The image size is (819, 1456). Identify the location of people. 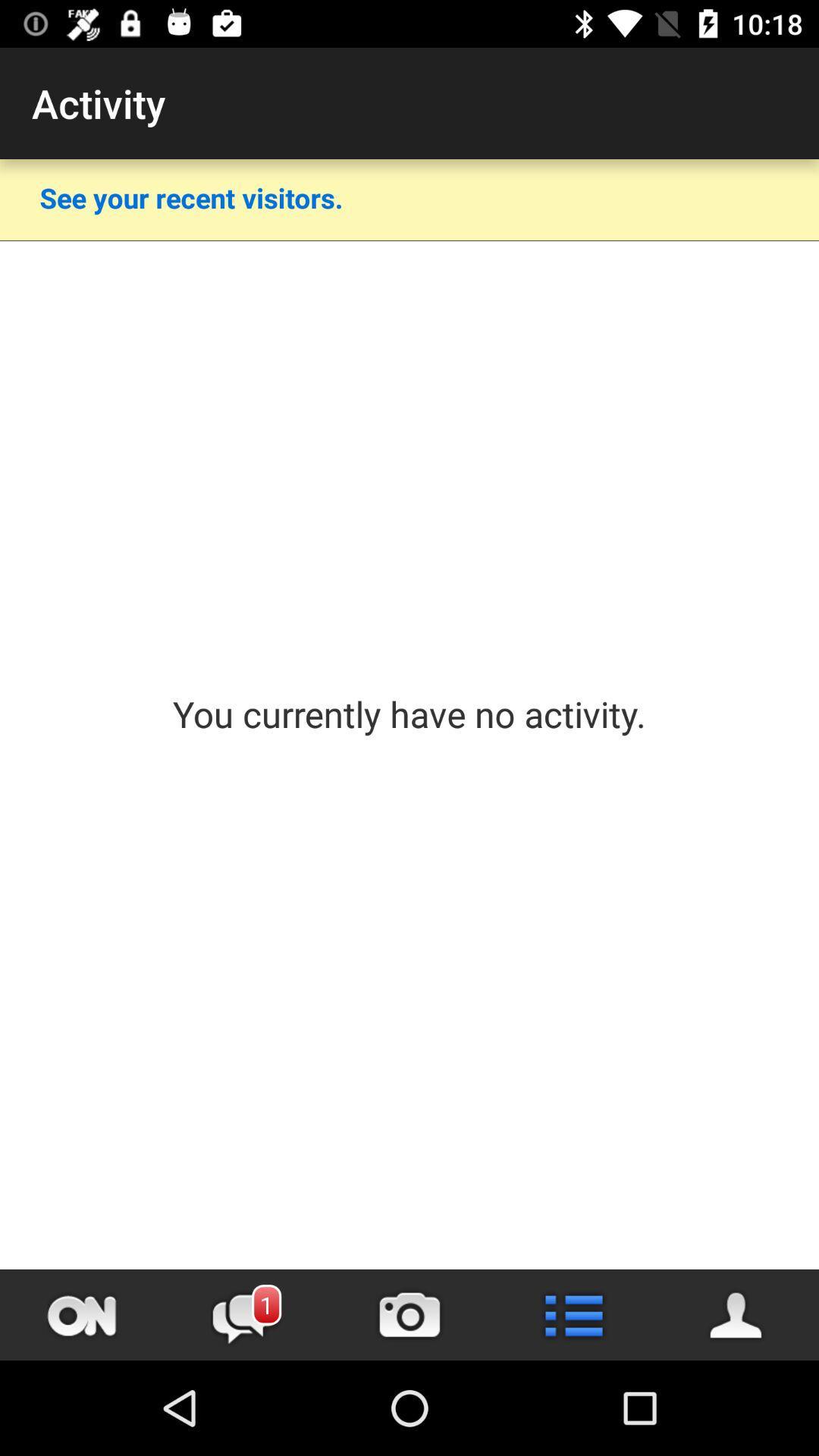
(736, 1314).